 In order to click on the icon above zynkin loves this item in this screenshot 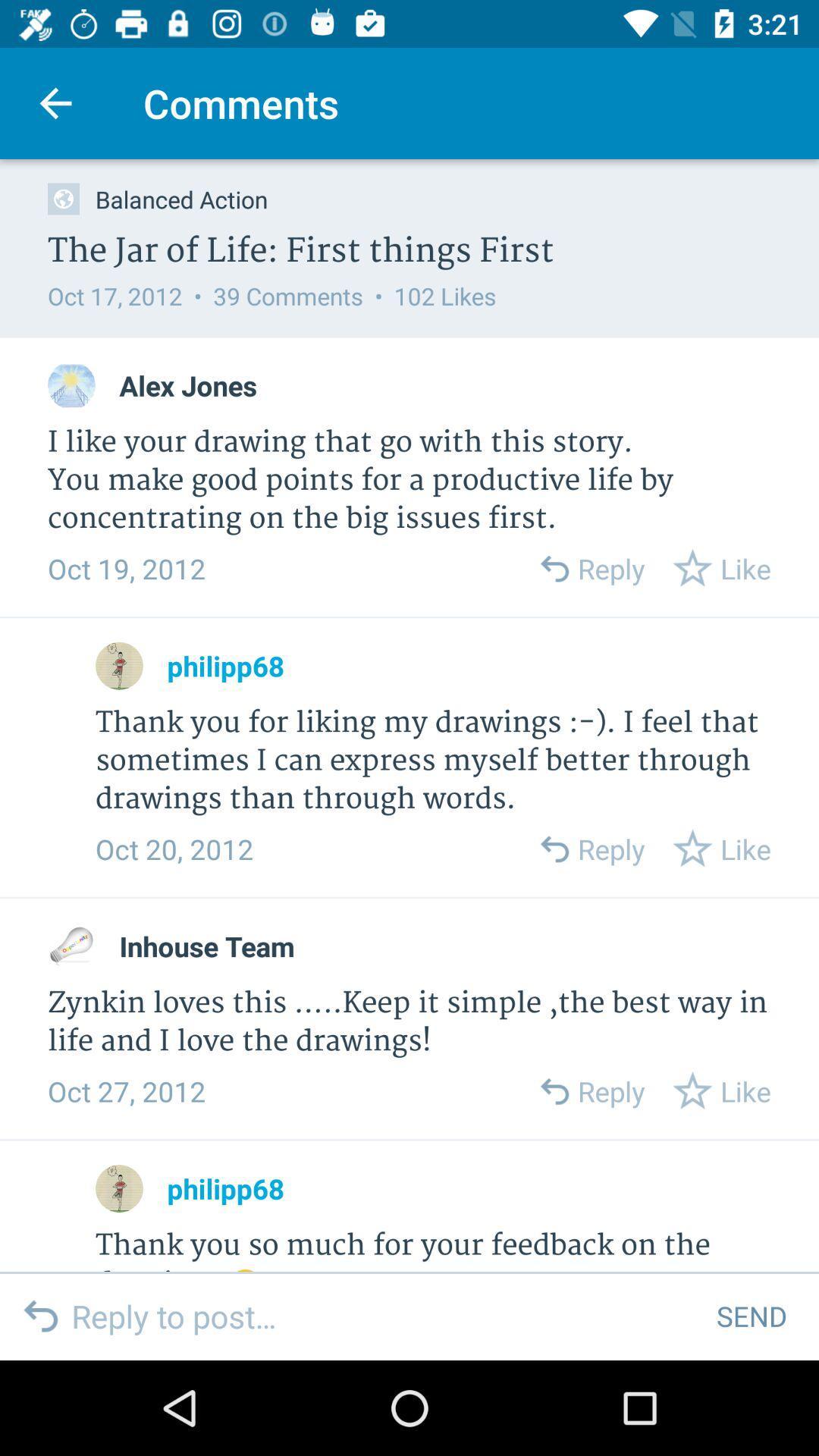, I will do `click(207, 946)`.